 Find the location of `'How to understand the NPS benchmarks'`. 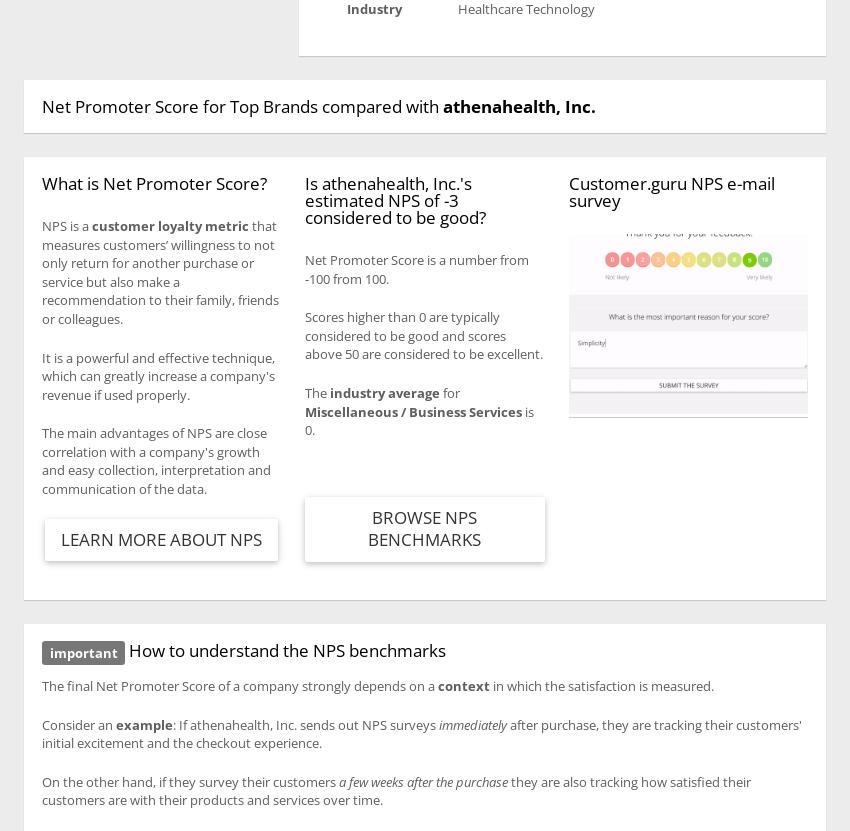

'How to understand the NPS benchmarks' is located at coordinates (284, 650).